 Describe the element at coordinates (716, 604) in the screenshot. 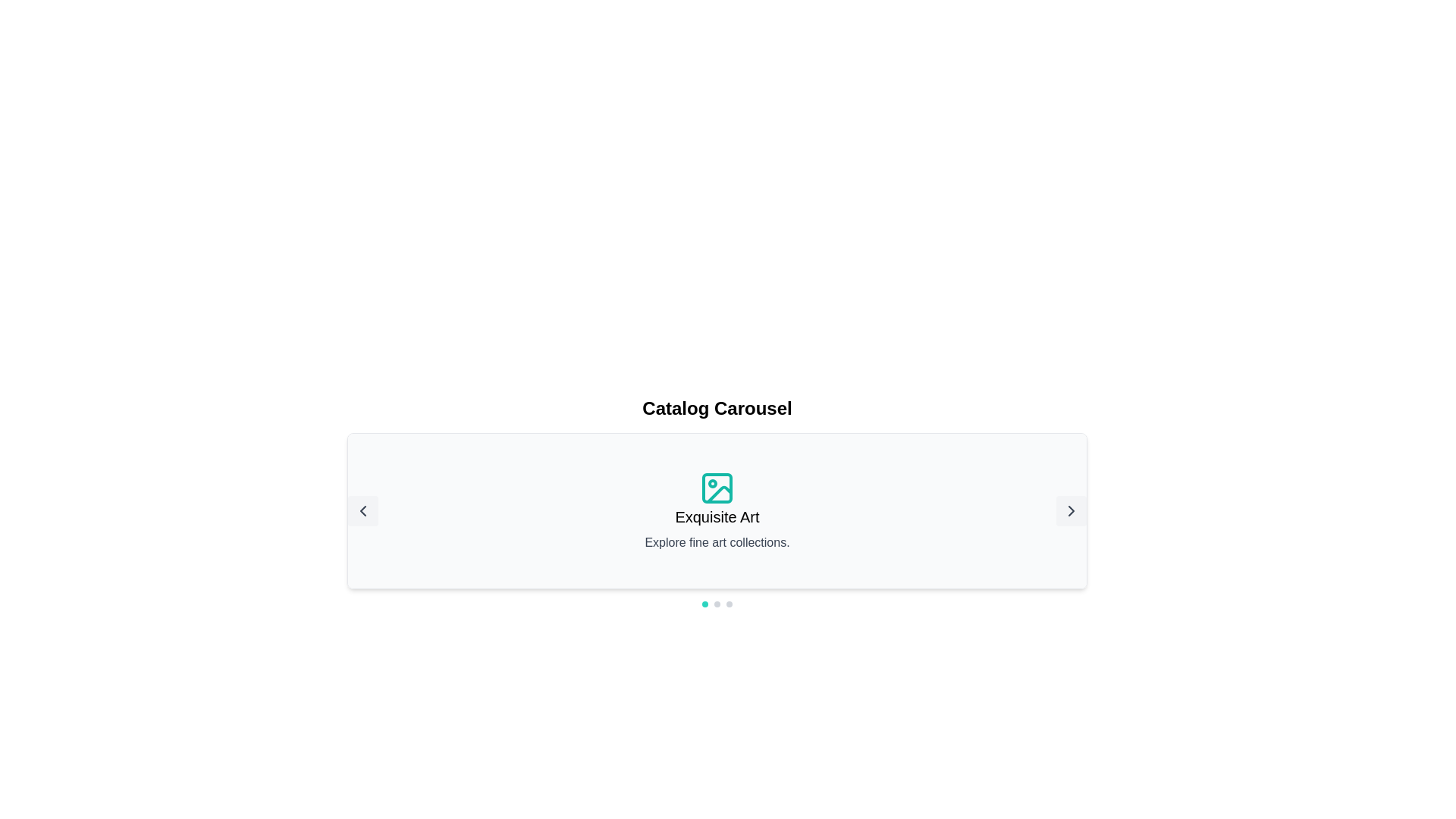

I see `the central teal indicator of the Carousel Indicator` at that location.